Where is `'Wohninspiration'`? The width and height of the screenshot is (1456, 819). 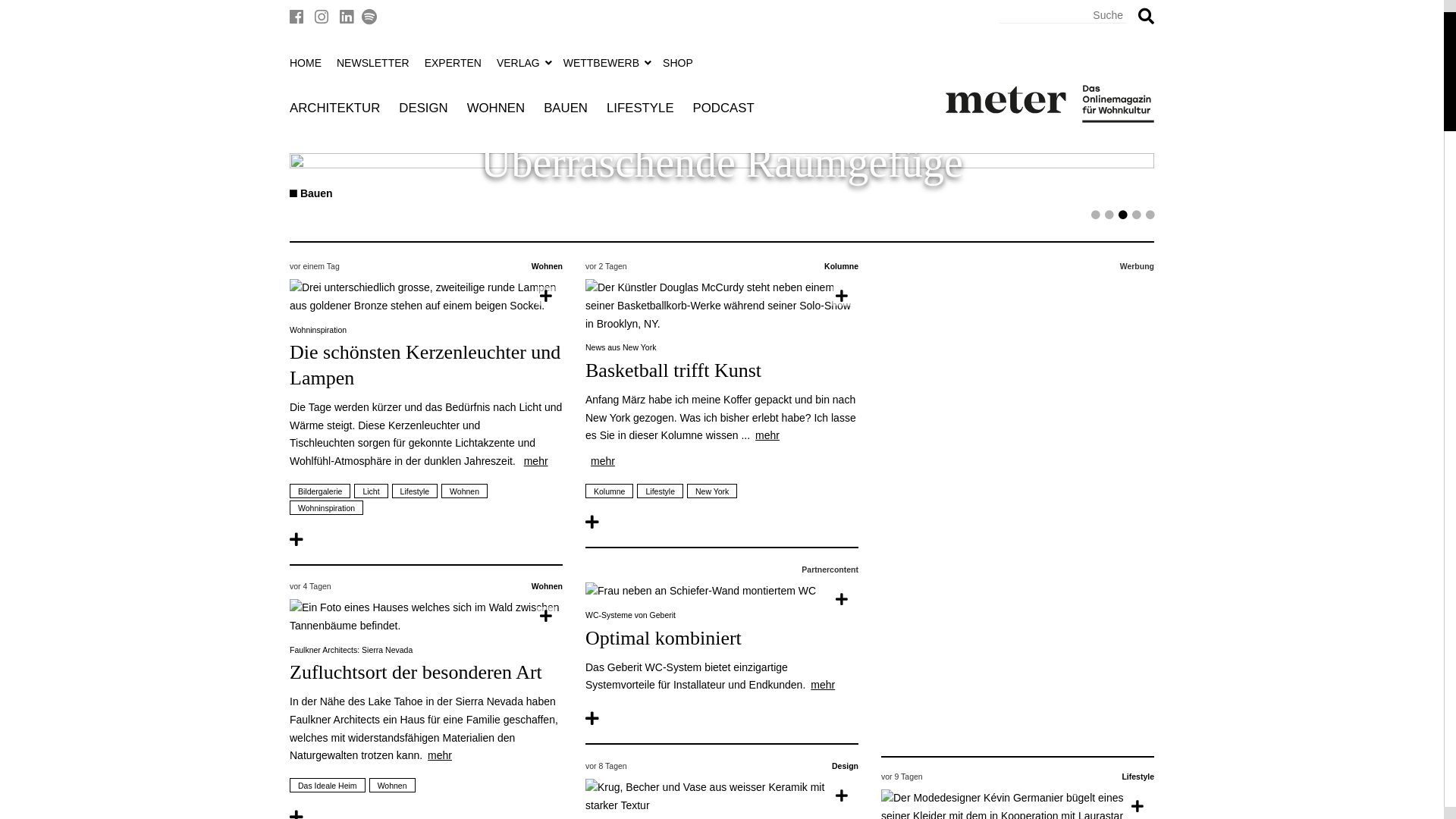
'Wohninspiration' is located at coordinates (290, 508).